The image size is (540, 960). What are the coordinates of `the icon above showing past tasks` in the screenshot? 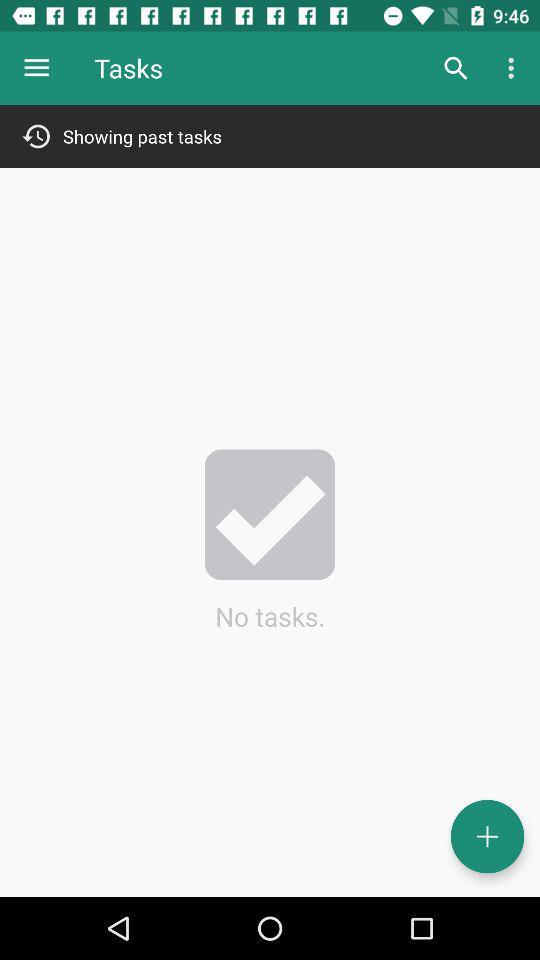 It's located at (36, 68).